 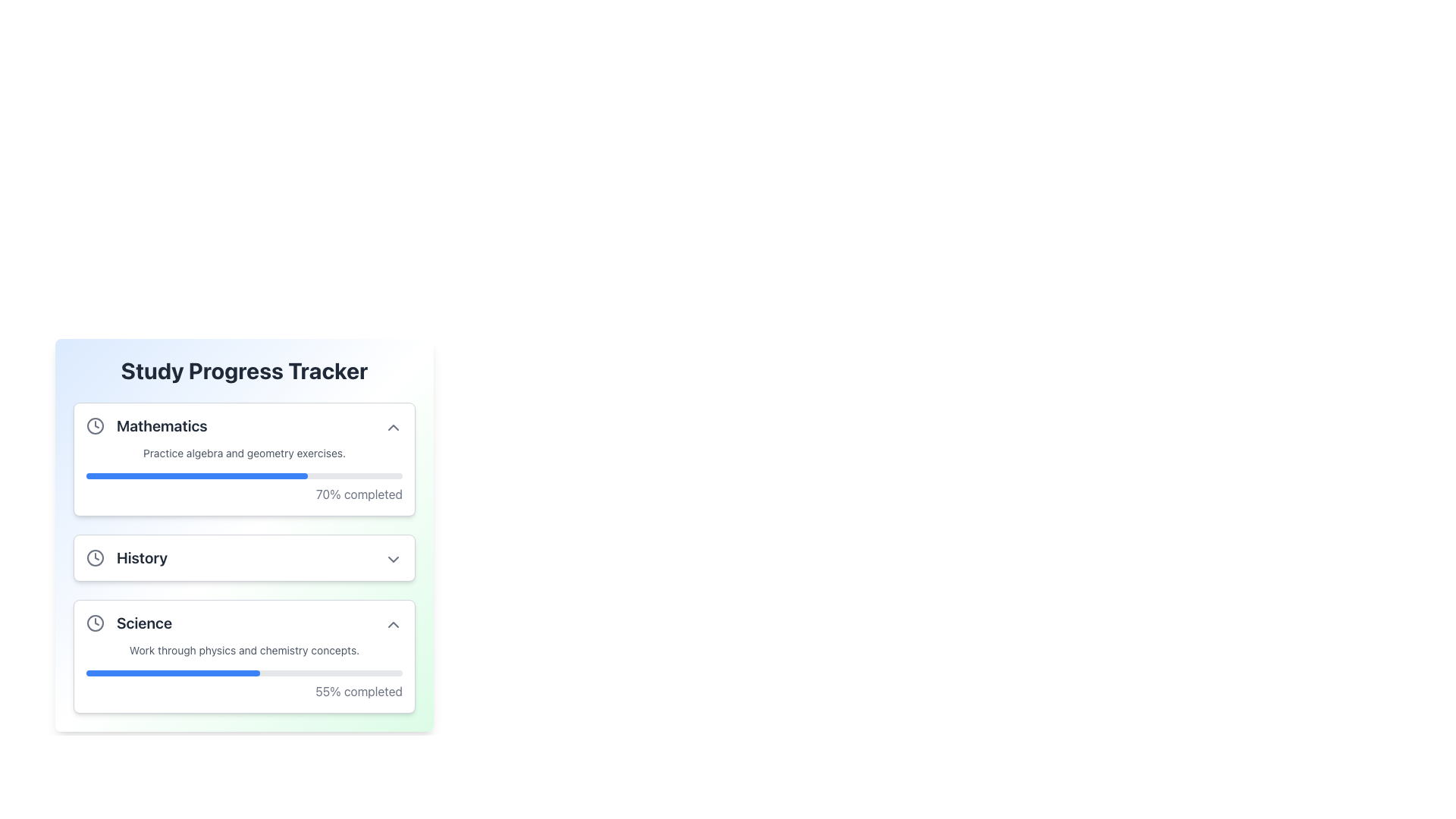 I want to click on the title text 'Study Progress Tracker', which is prominently styled and centered above the progress display for various subjects, so click(x=244, y=371).